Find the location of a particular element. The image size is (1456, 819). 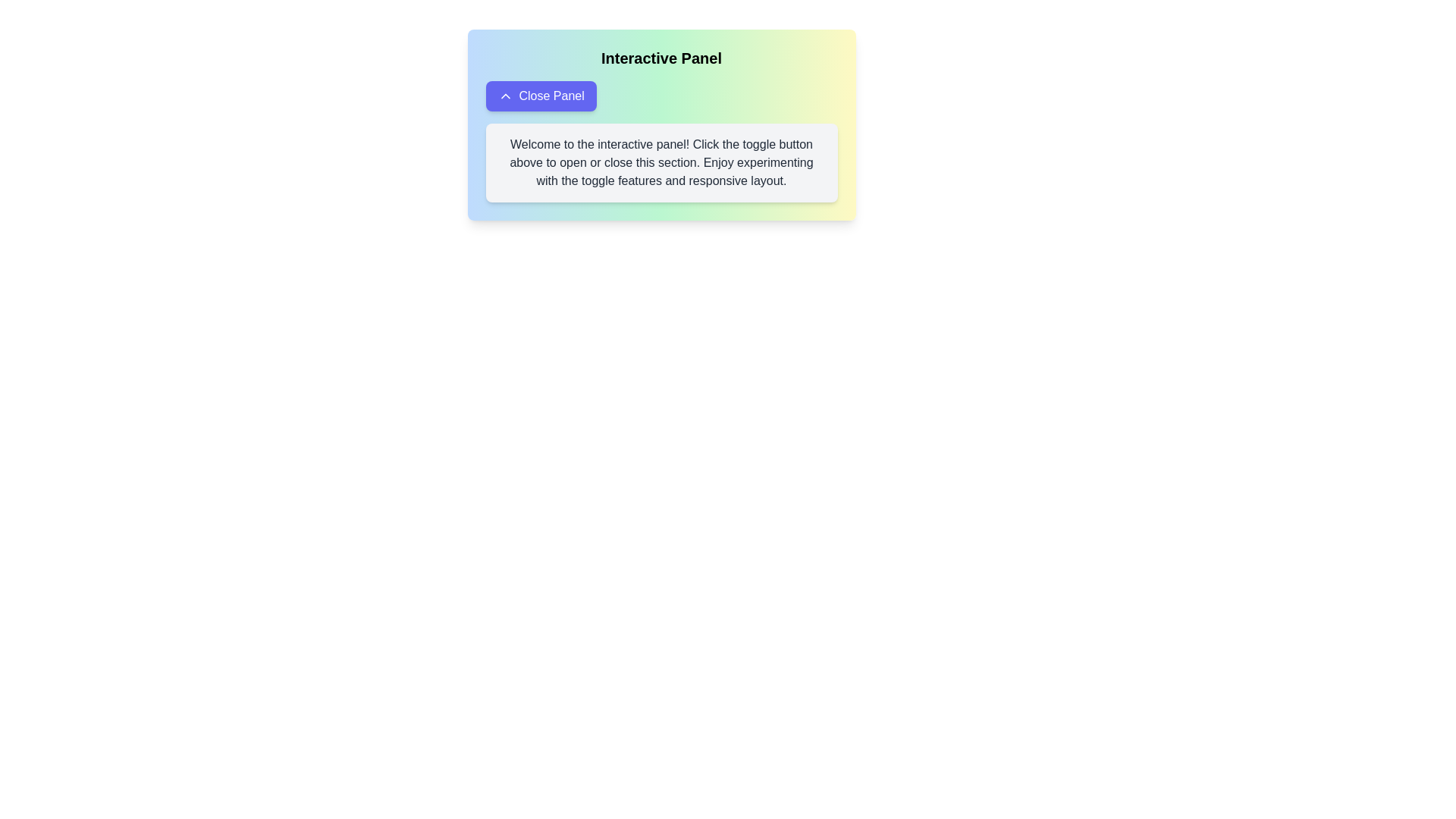

the 'Close Panel' button to toggle the panel's visibility is located at coordinates (541, 96).